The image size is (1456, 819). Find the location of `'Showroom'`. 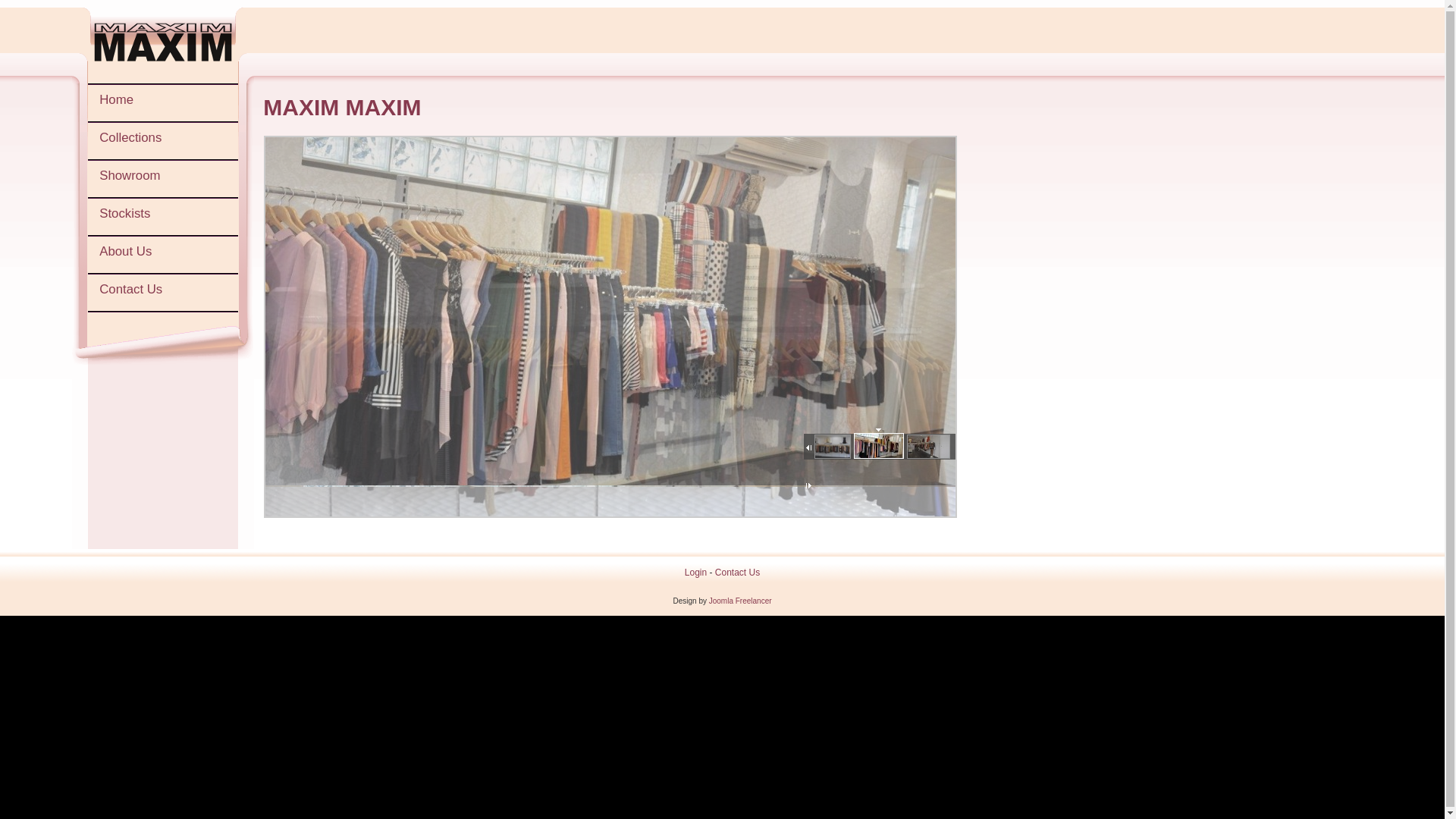

'Showroom' is located at coordinates (86, 178).